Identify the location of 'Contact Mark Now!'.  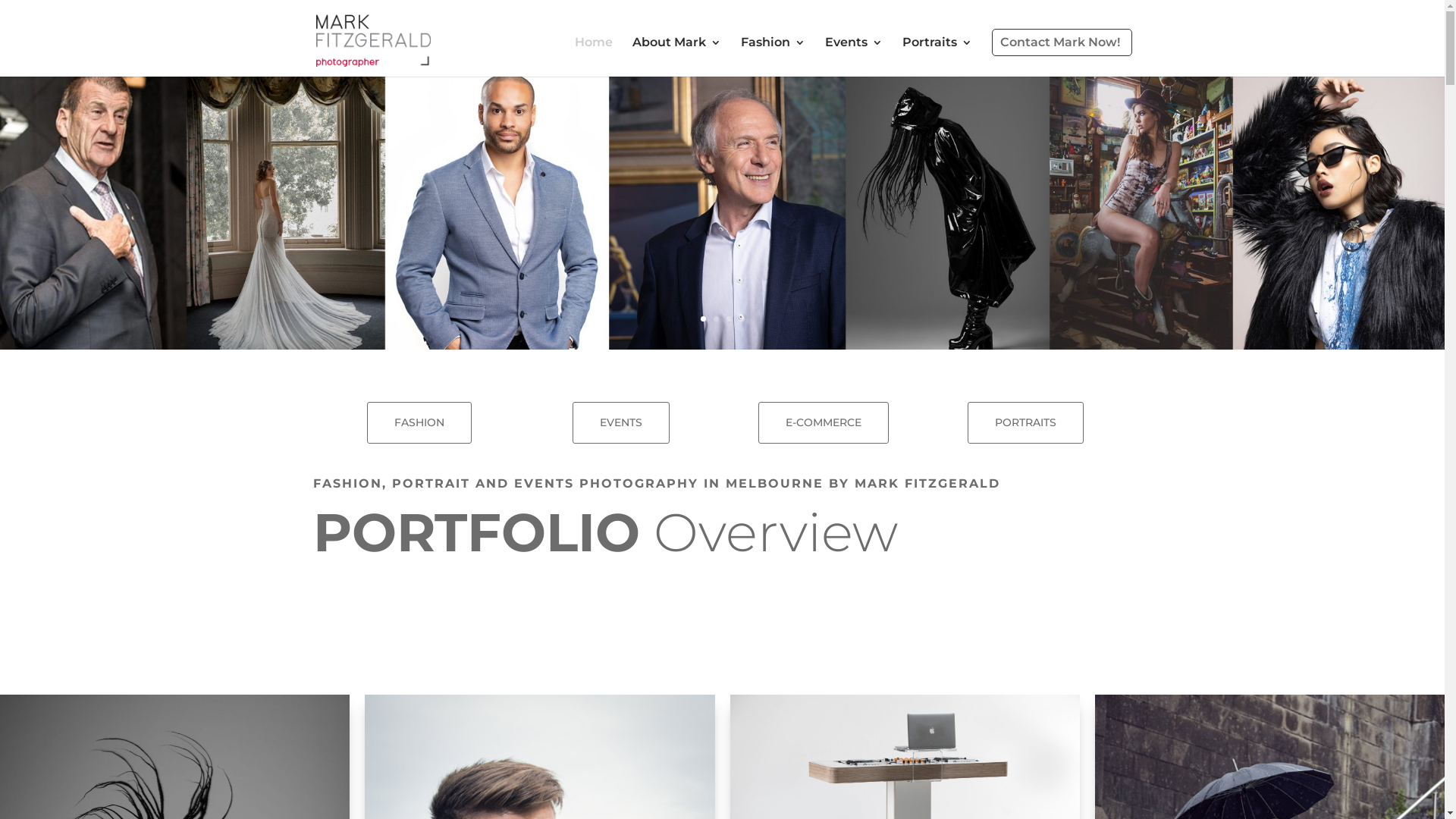
(1060, 42).